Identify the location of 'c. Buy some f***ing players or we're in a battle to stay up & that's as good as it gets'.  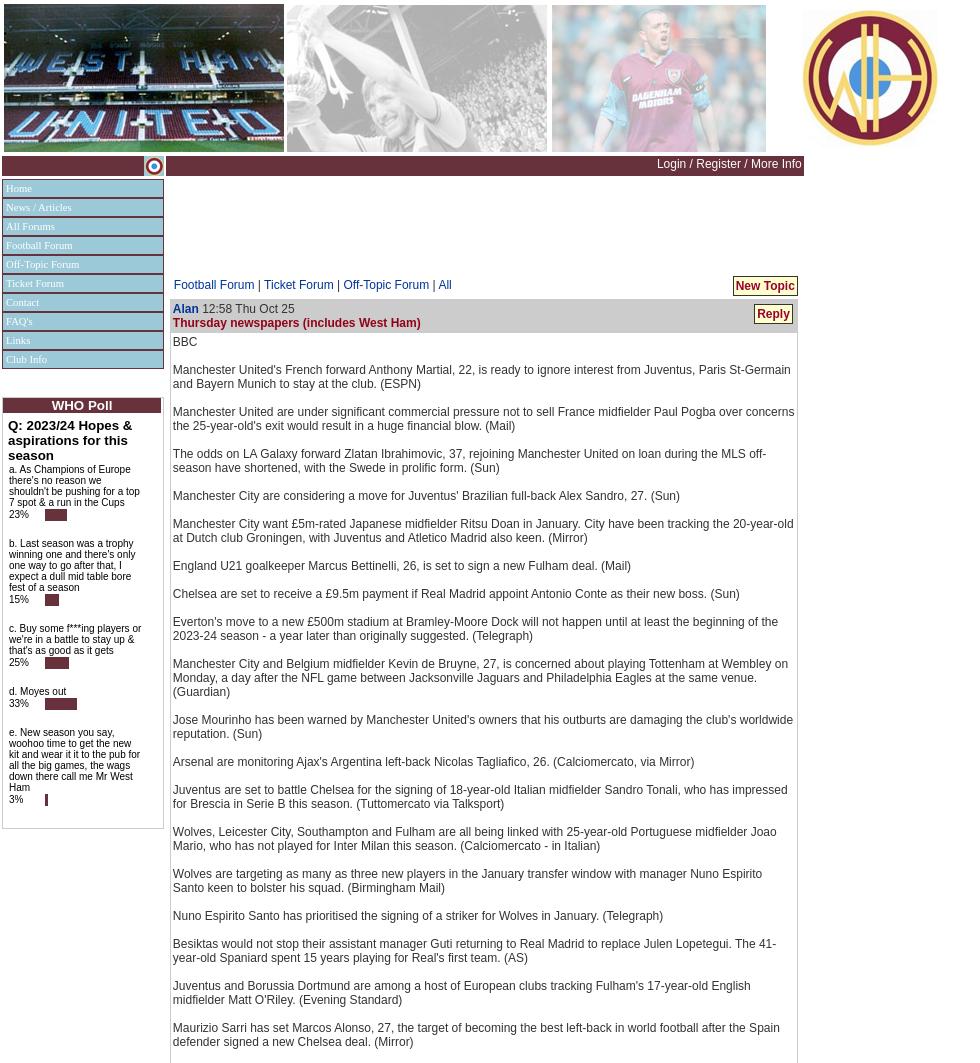
(74, 638).